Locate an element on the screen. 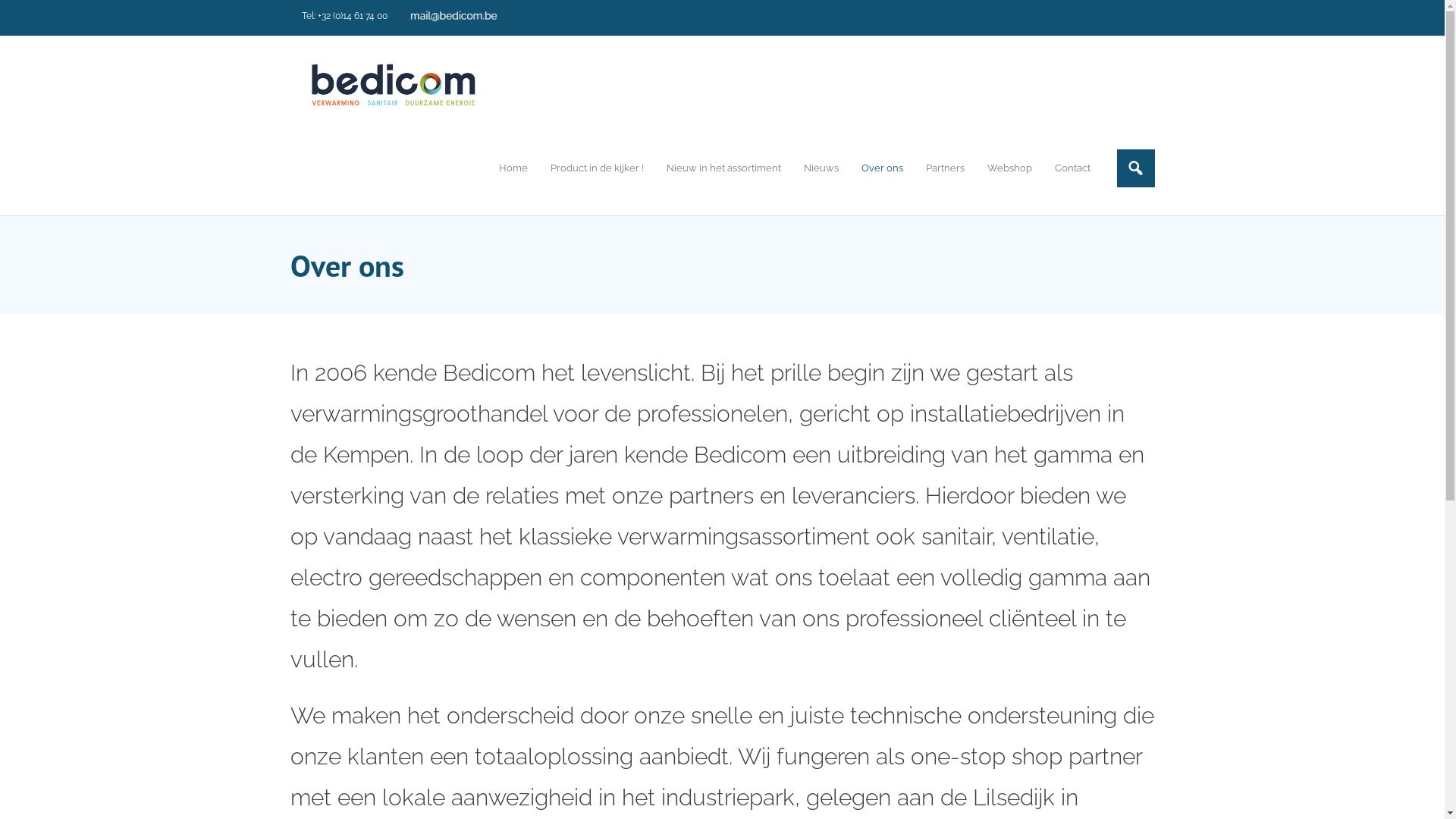  'Home' is located at coordinates (487, 168).